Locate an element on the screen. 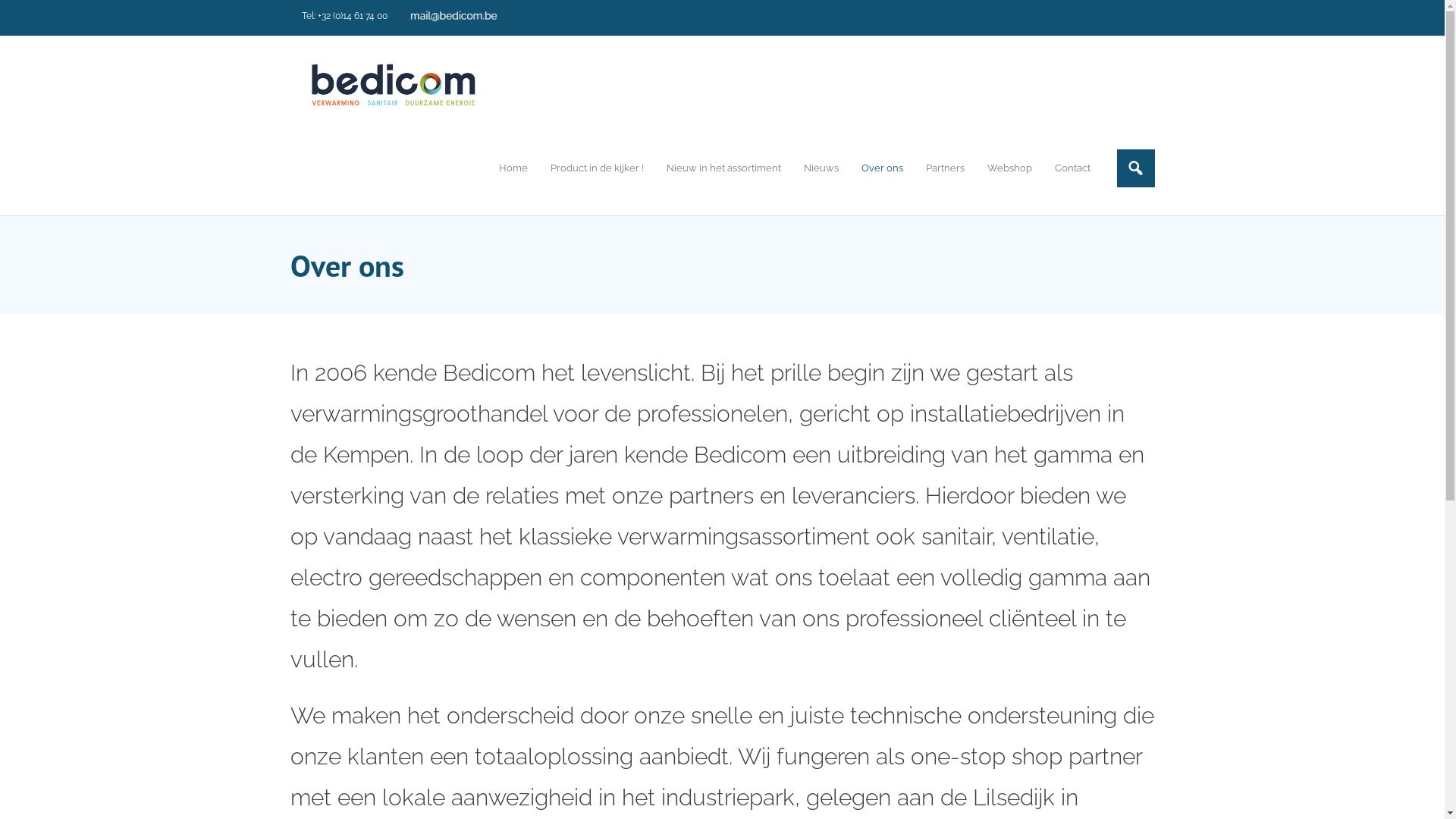  'Home' is located at coordinates (487, 168).